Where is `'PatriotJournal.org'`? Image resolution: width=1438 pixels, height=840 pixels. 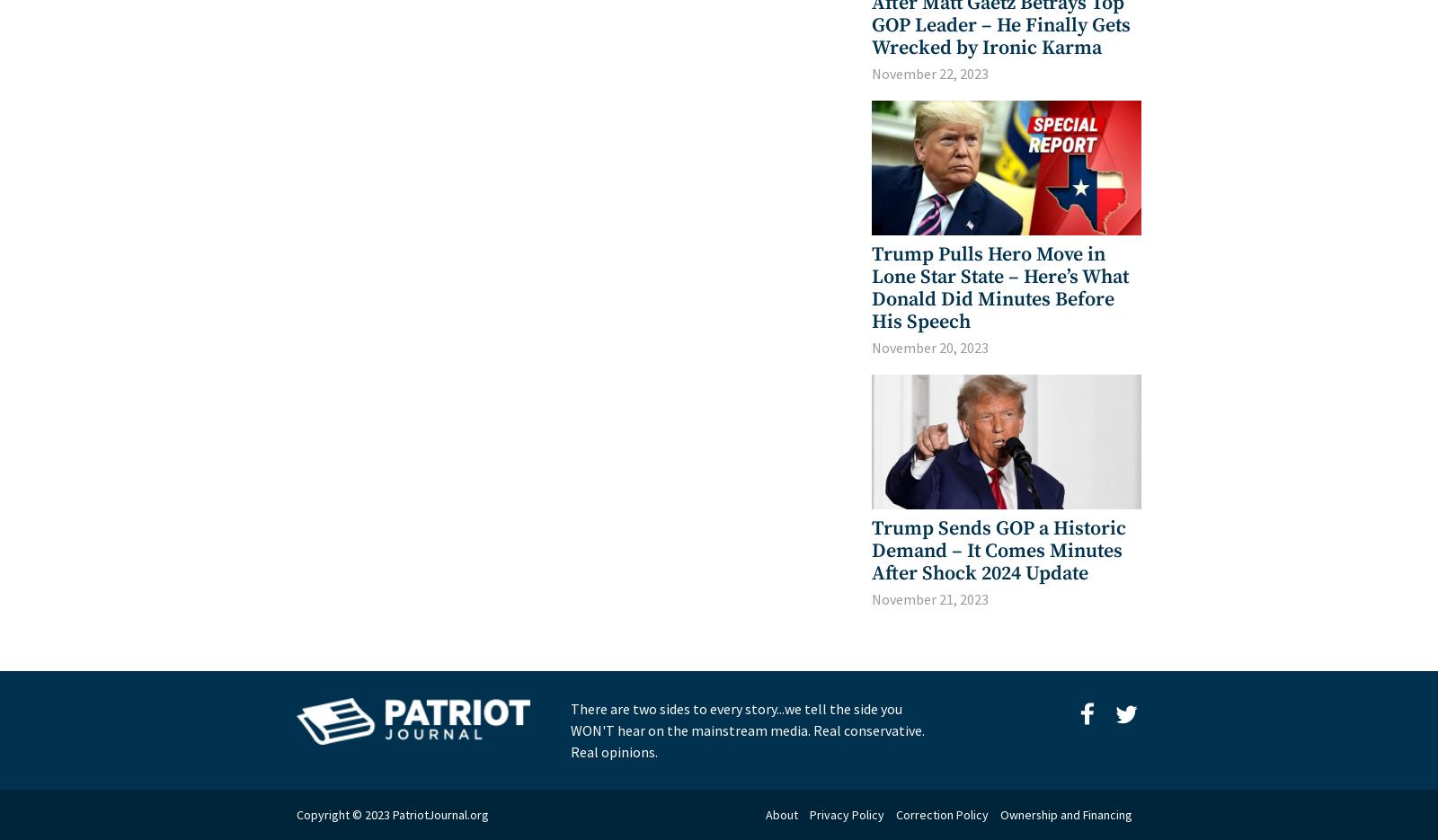
'PatriotJournal.org' is located at coordinates (439, 815).